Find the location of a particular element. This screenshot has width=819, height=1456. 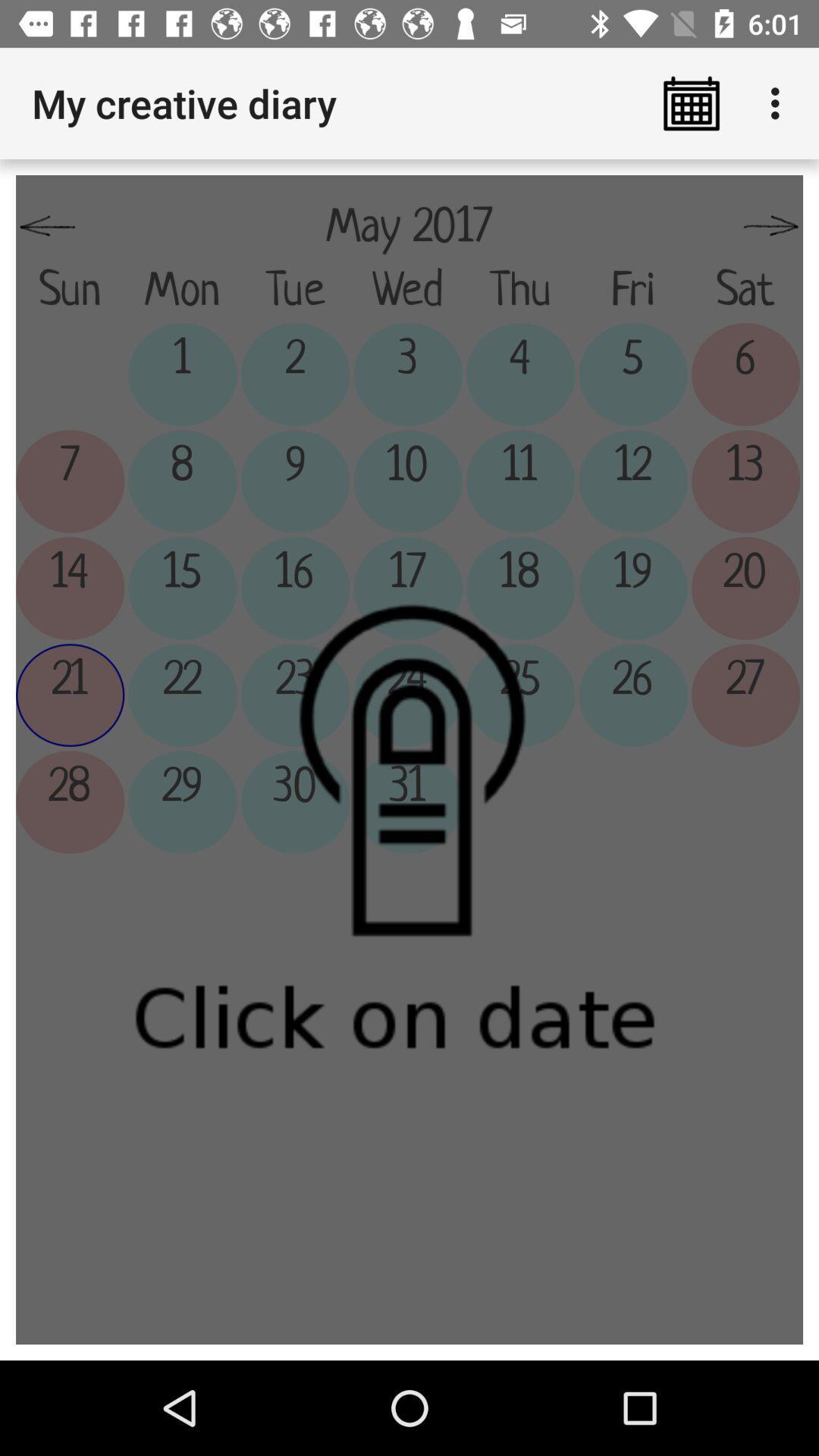

the app below the my creative diary icon is located at coordinates (46, 226).